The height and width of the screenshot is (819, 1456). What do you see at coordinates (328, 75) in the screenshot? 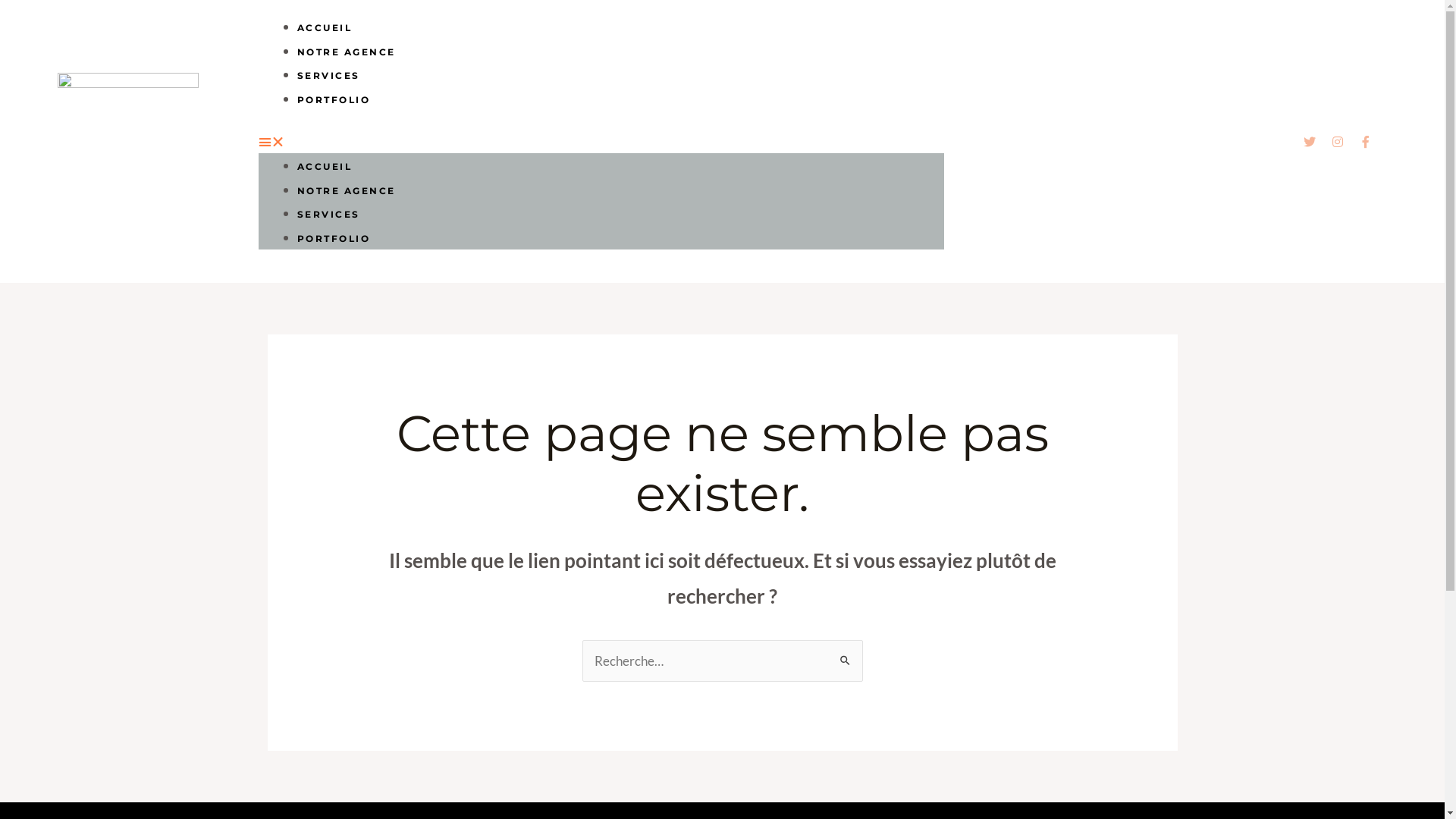
I see `'SERVICES'` at bounding box center [328, 75].